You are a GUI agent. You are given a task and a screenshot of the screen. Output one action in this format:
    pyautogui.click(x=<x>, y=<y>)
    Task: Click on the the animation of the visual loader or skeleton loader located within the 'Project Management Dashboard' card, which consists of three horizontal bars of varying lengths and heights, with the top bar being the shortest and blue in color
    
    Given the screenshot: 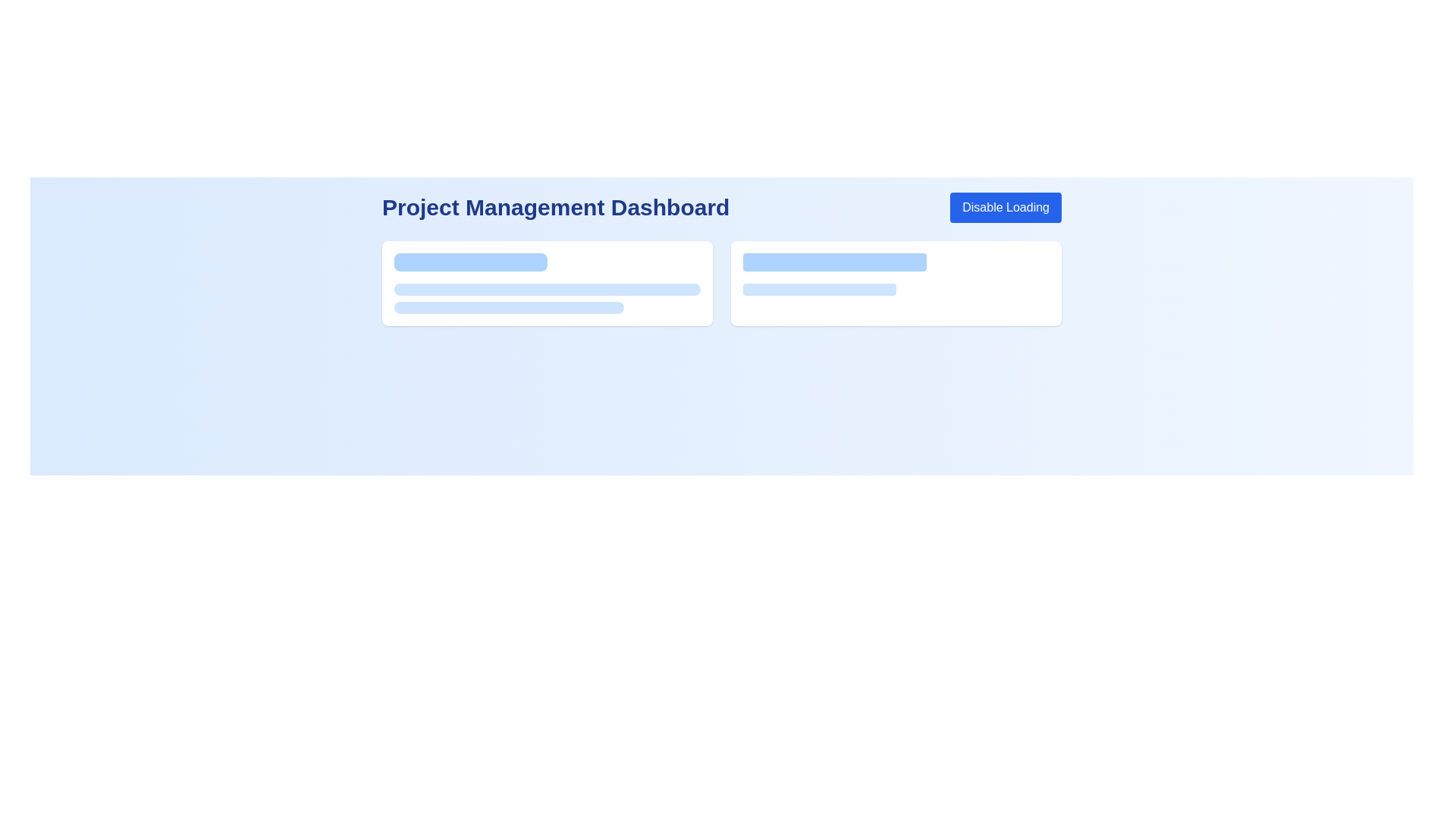 What is the action you would take?
    pyautogui.click(x=546, y=284)
    